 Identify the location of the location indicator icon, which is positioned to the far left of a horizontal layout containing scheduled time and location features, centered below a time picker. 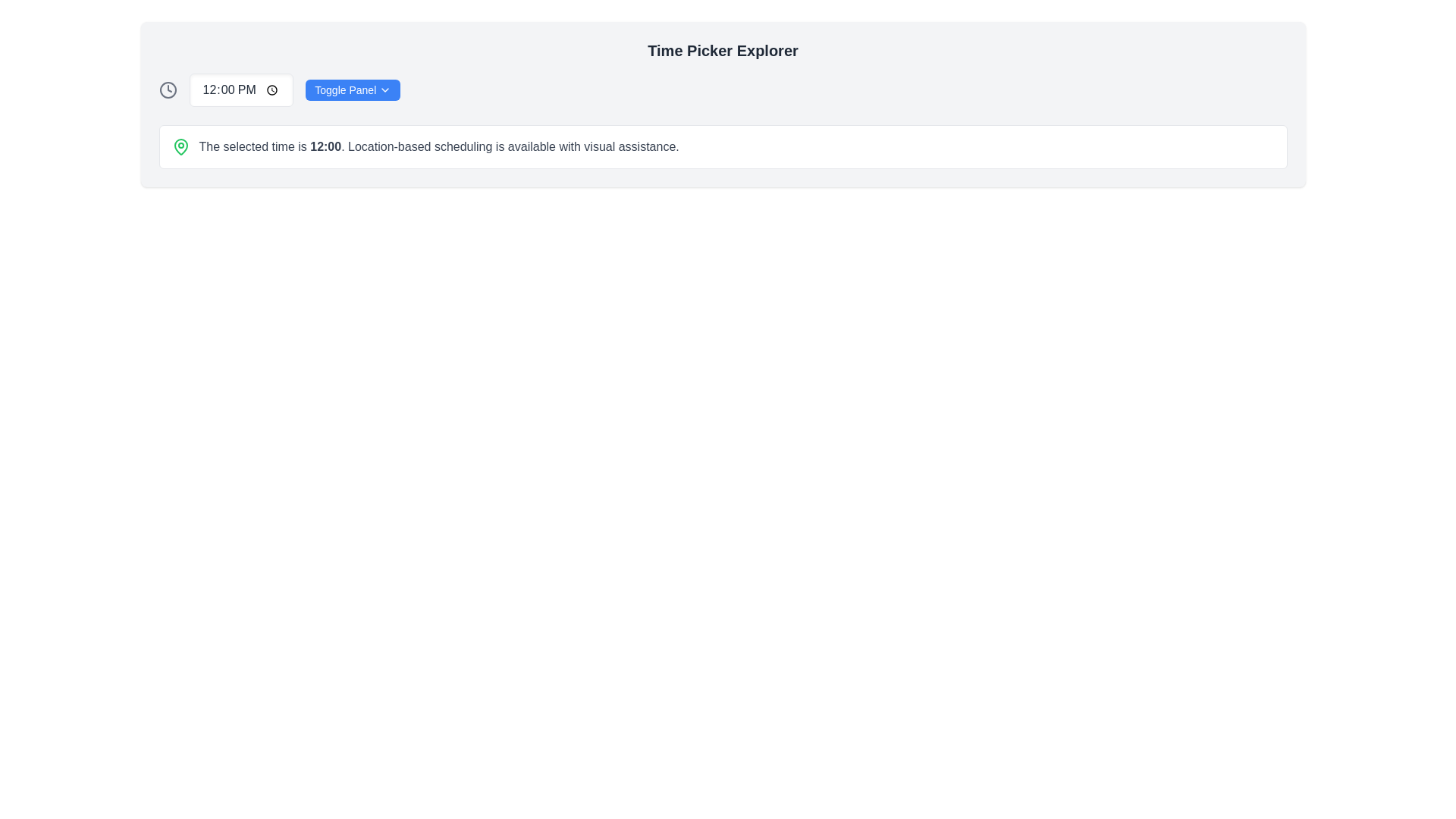
(180, 146).